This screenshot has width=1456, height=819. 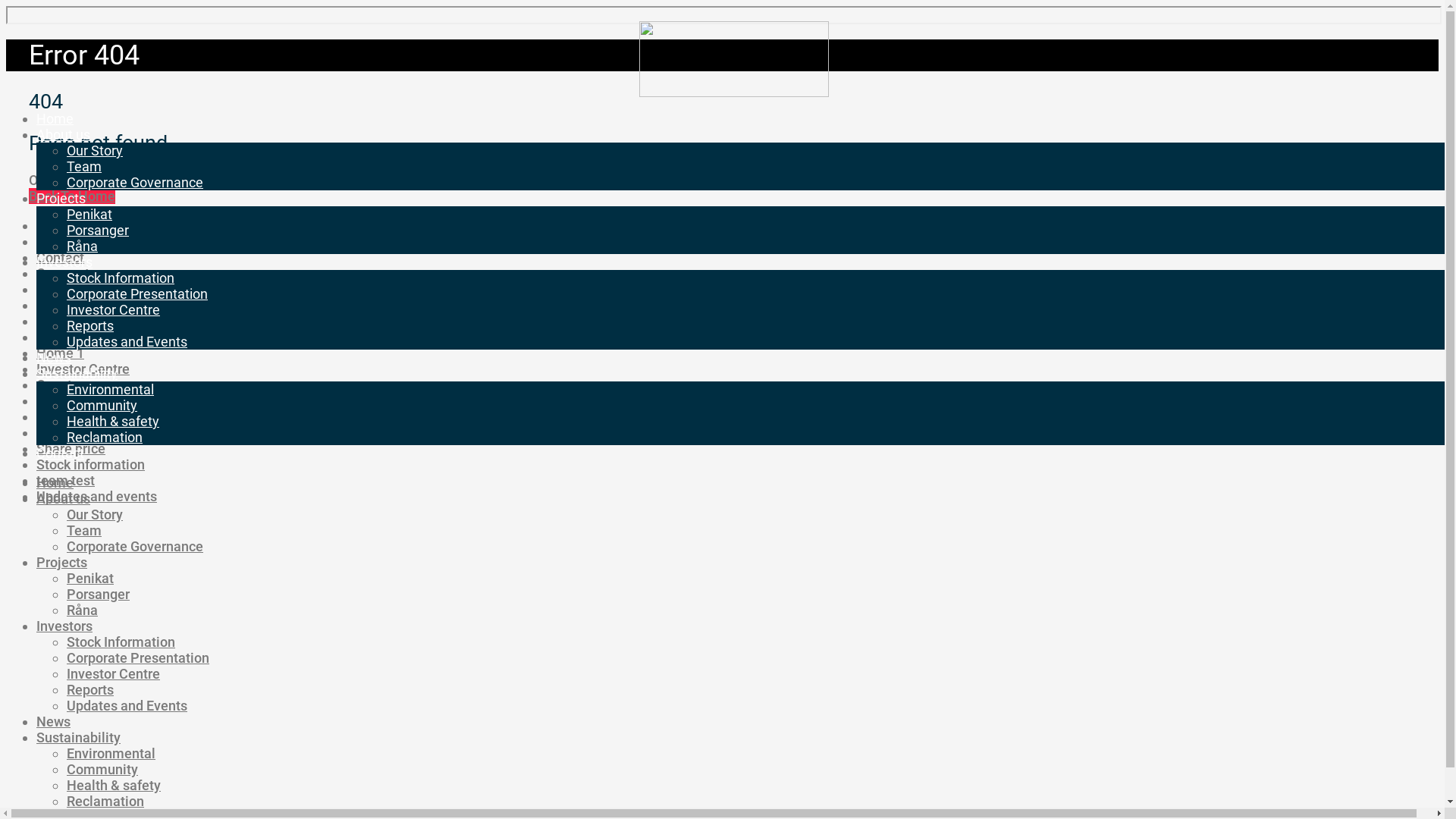 What do you see at coordinates (36, 118) in the screenshot?
I see `'Home'` at bounding box center [36, 118].